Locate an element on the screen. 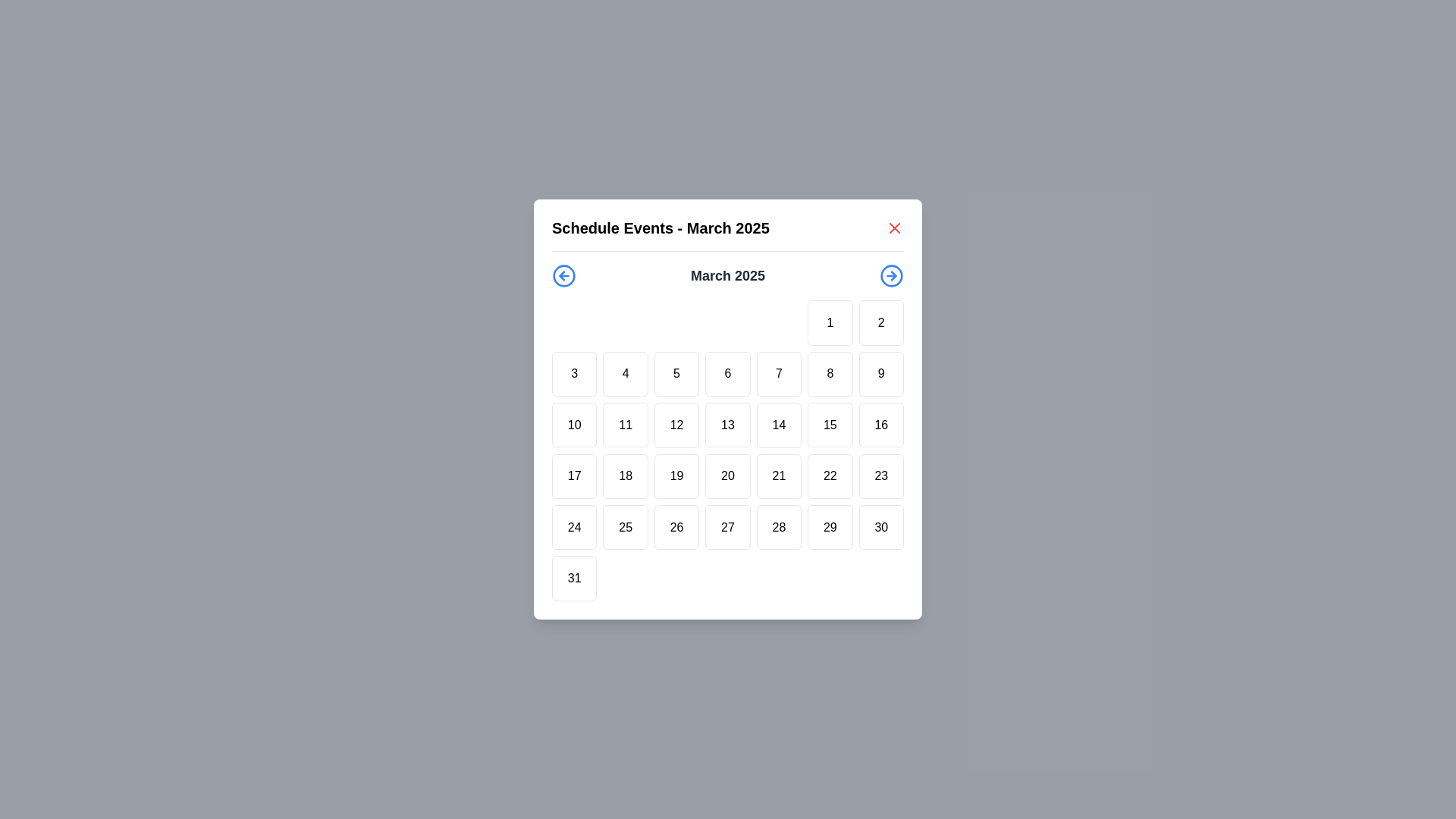  the header text of the modal, which contains the calendar title, to read it is located at coordinates (728, 234).